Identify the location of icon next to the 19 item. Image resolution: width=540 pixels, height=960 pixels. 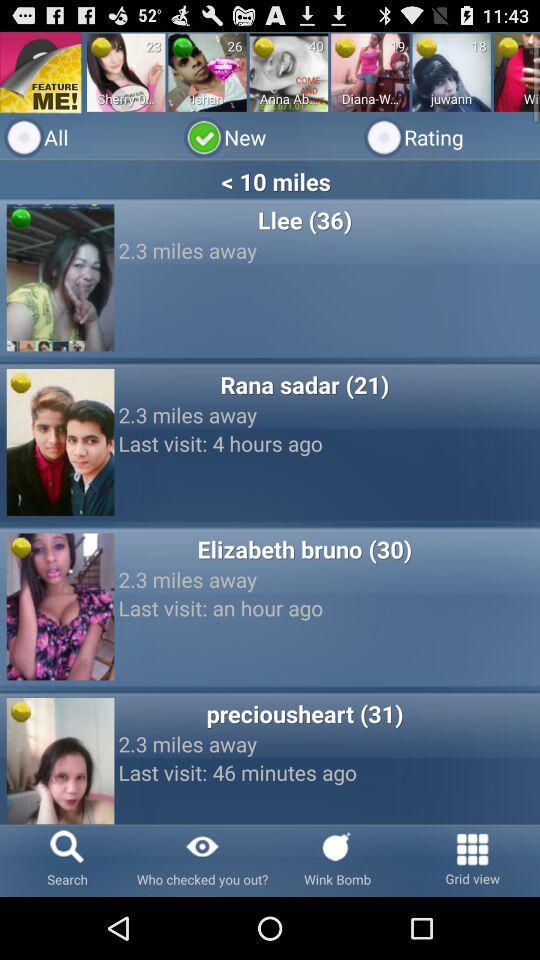
(344, 46).